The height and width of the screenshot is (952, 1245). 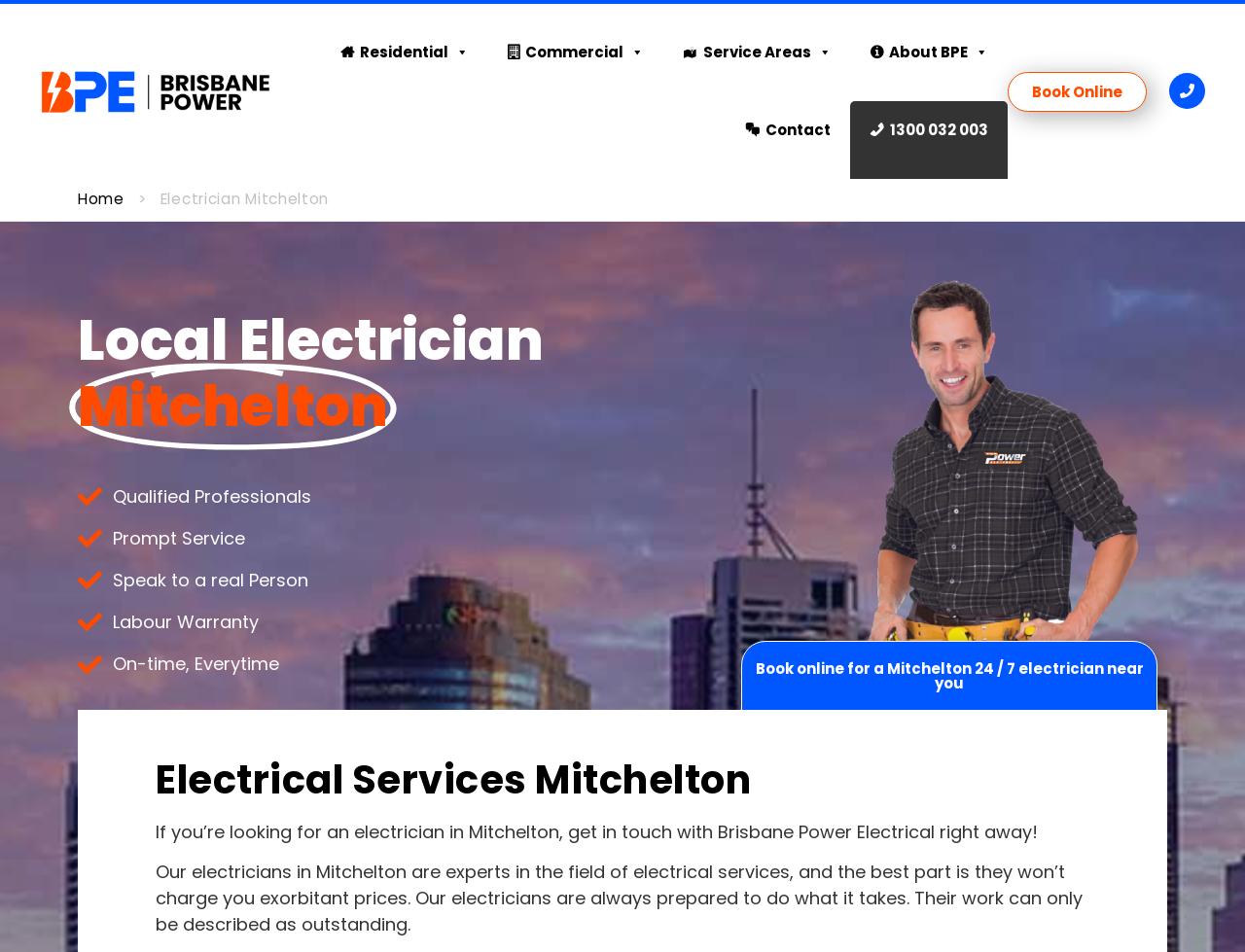 What do you see at coordinates (111, 494) in the screenshot?
I see `'Qualified Professionals'` at bounding box center [111, 494].